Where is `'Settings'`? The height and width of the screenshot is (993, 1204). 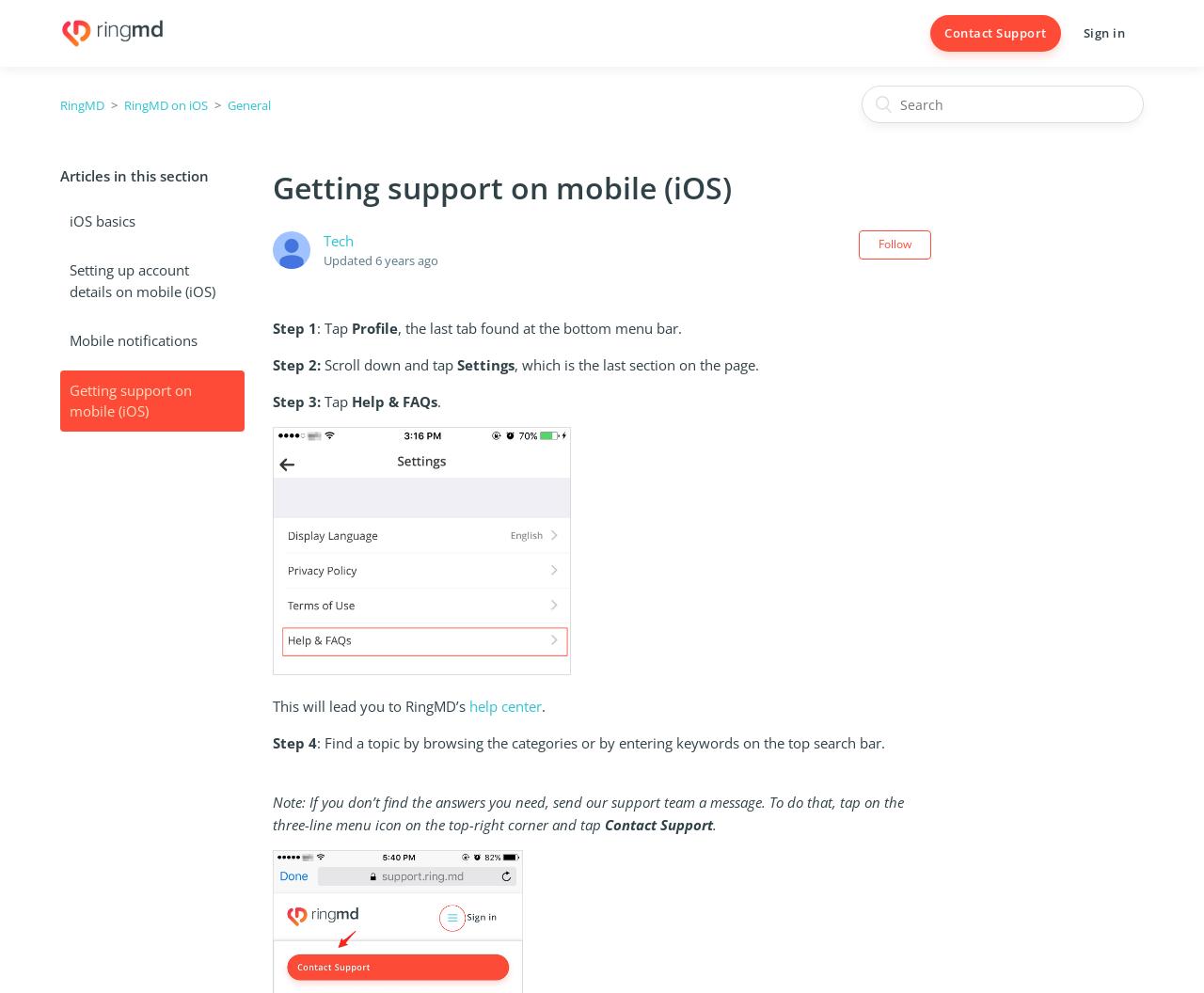 'Settings' is located at coordinates (484, 363).